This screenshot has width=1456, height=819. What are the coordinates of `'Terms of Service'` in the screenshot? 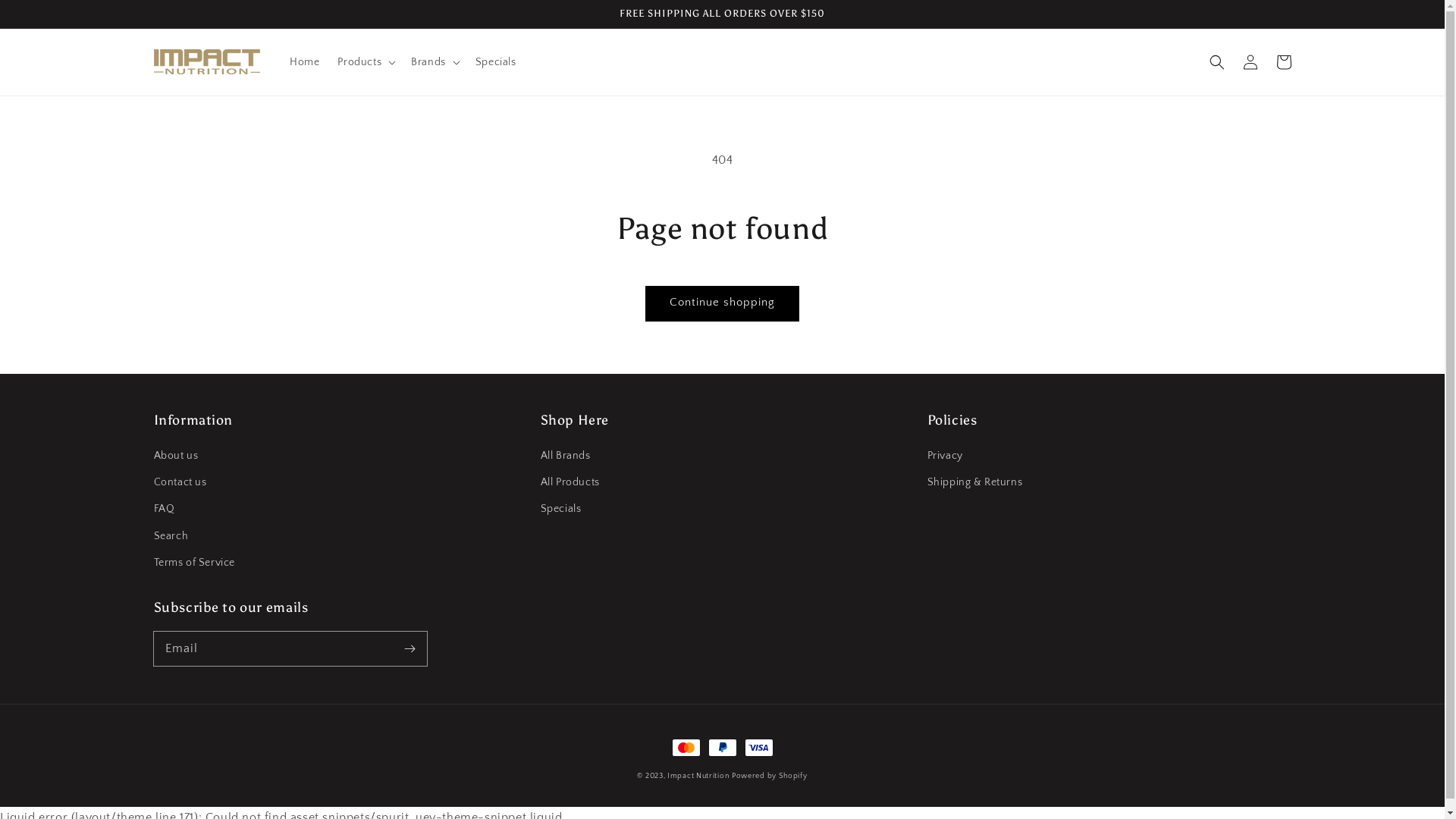 It's located at (193, 563).